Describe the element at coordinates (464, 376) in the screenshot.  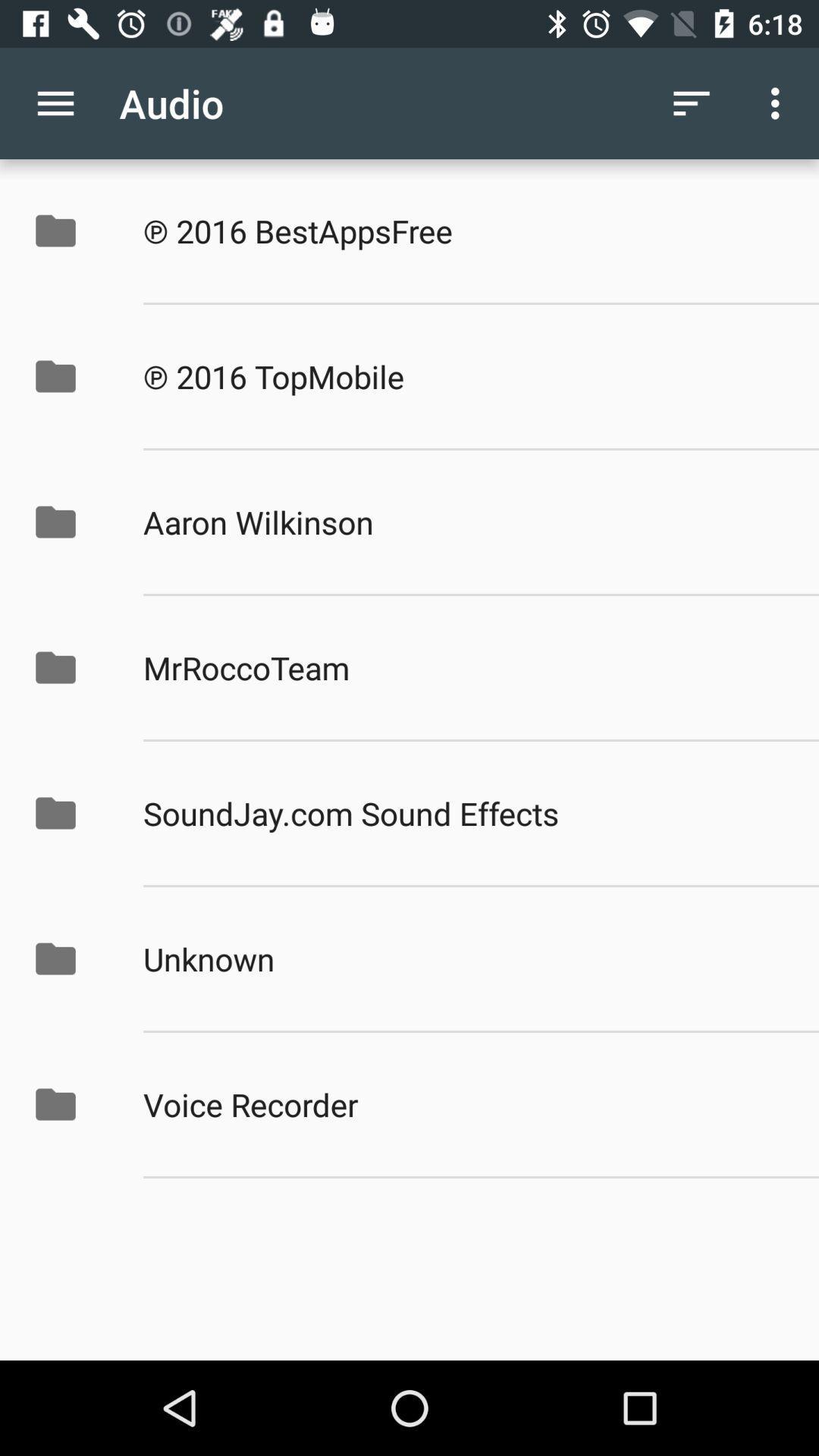
I see `the item above the aaron wilkinson icon` at that location.